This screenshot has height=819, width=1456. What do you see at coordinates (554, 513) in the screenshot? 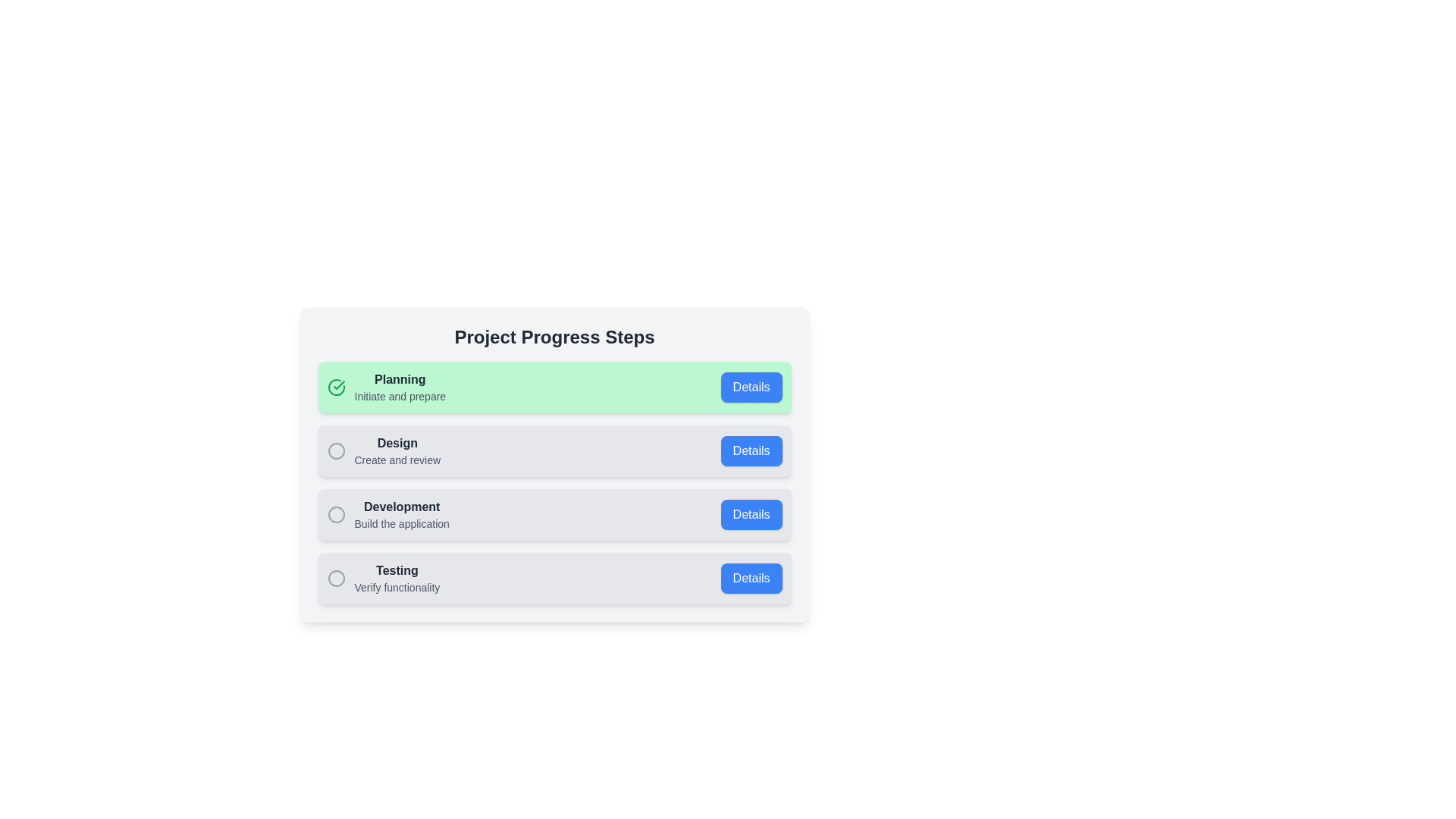
I see `the step corresponding to Development` at bounding box center [554, 513].